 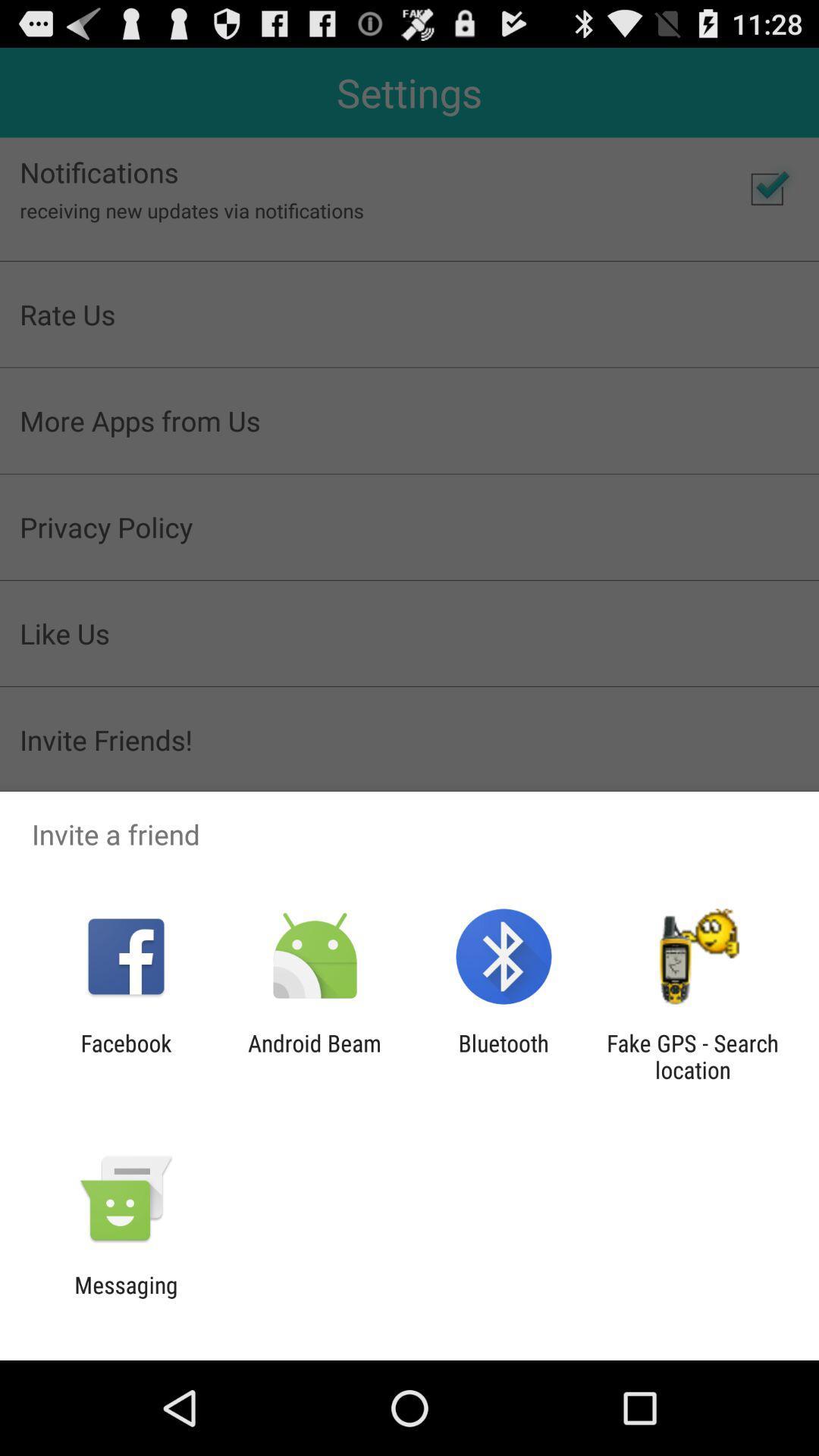 What do you see at coordinates (504, 1056) in the screenshot?
I see `bluetooth icon` at bounding box center [504, 1056].